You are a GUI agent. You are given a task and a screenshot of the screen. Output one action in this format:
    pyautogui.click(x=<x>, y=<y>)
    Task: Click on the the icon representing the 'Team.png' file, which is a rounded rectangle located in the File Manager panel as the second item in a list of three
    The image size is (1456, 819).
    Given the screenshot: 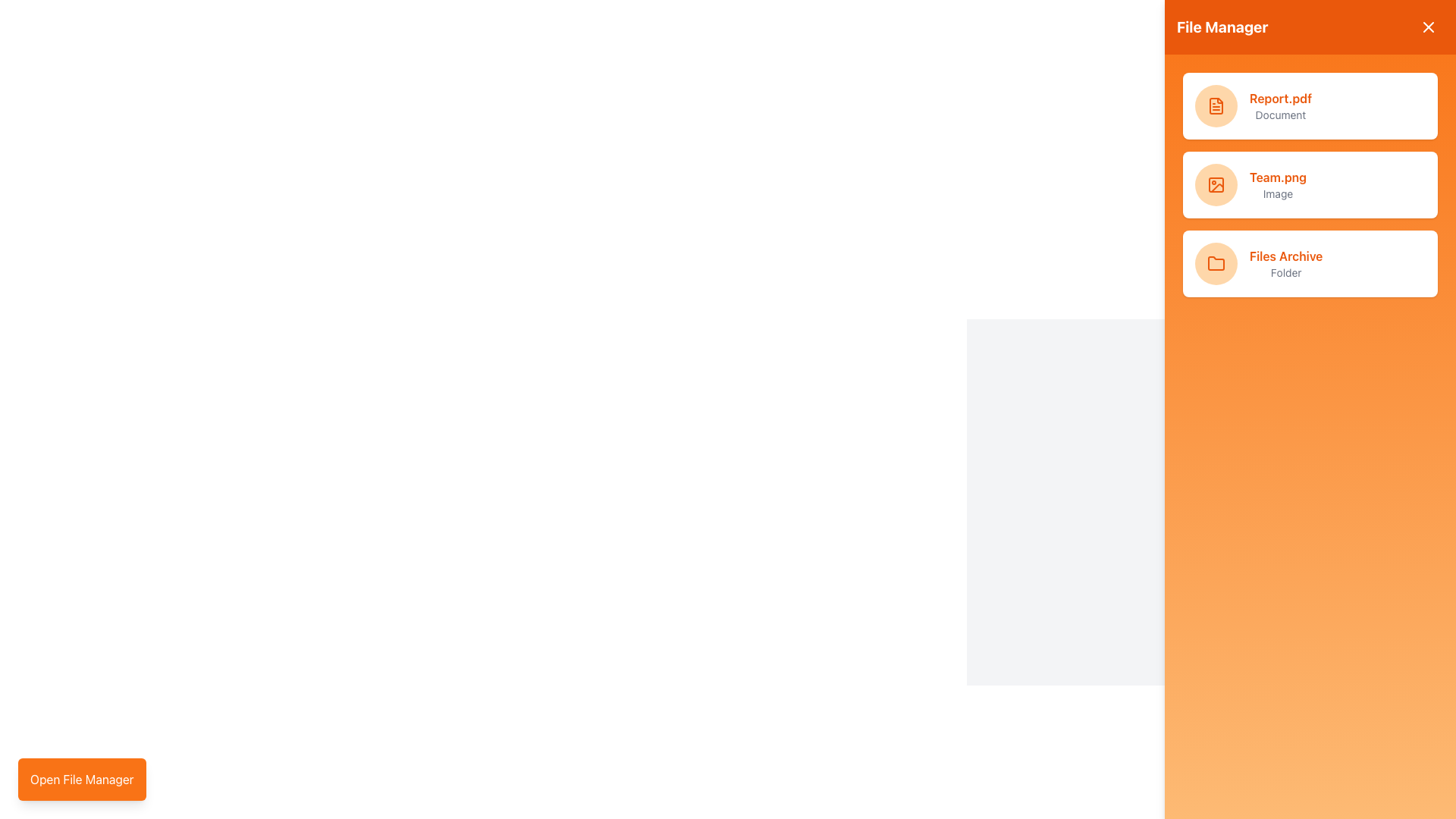 What is the action you would take?
    pyautogui.click(x=1216, y=184)
    